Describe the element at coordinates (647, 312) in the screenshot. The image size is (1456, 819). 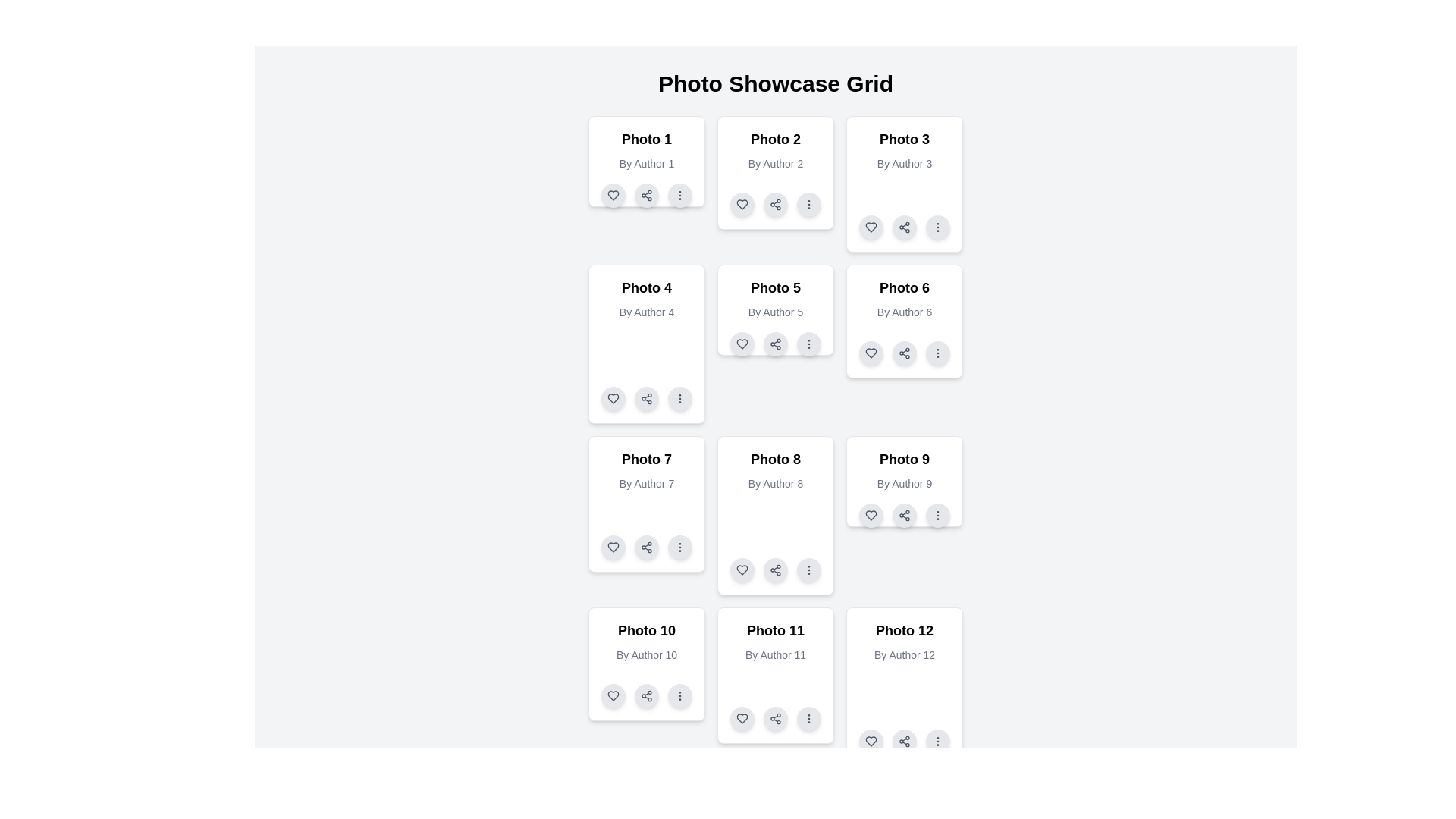
I see `the text label displaying 'By Author 4', which is located just below the 'Photo 4' header in a card layout` at that location.